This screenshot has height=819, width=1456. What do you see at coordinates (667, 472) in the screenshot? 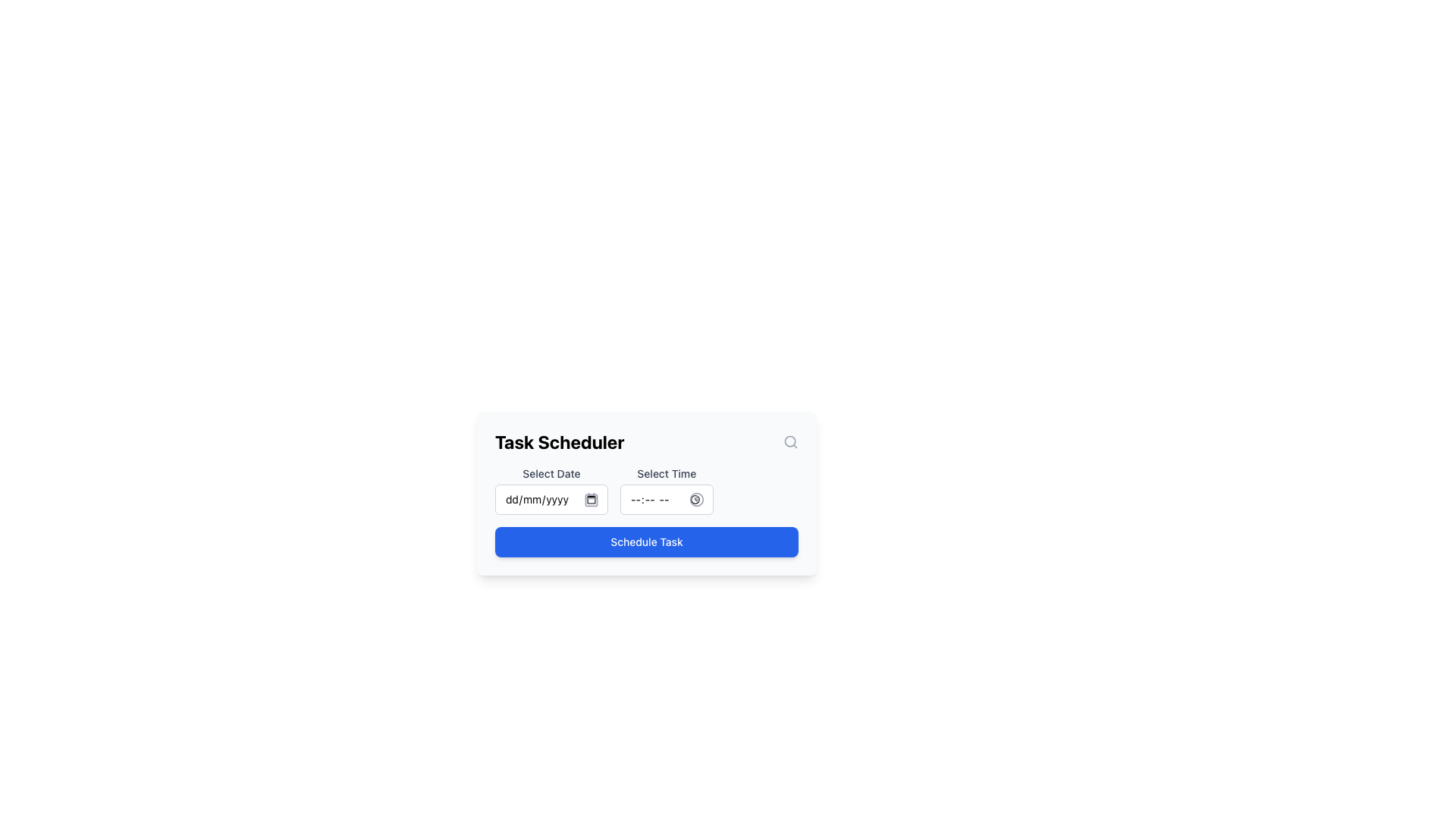
I see `the descriptive label for the time selection input field located in the top-center region of the 'Task Scheduler' form` at bounding box center [667, 472].